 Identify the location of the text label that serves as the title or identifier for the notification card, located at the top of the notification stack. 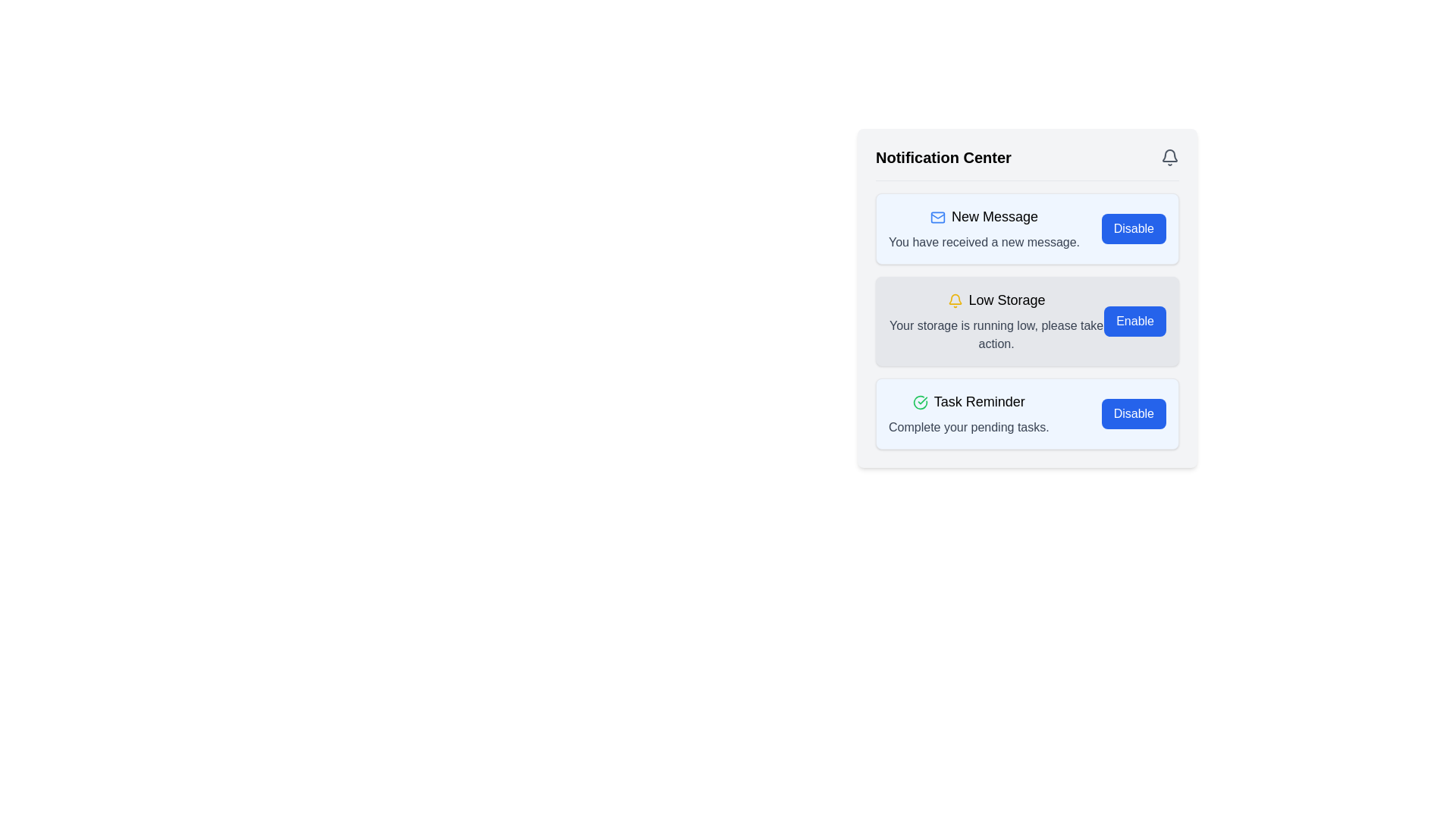
(984, 216).